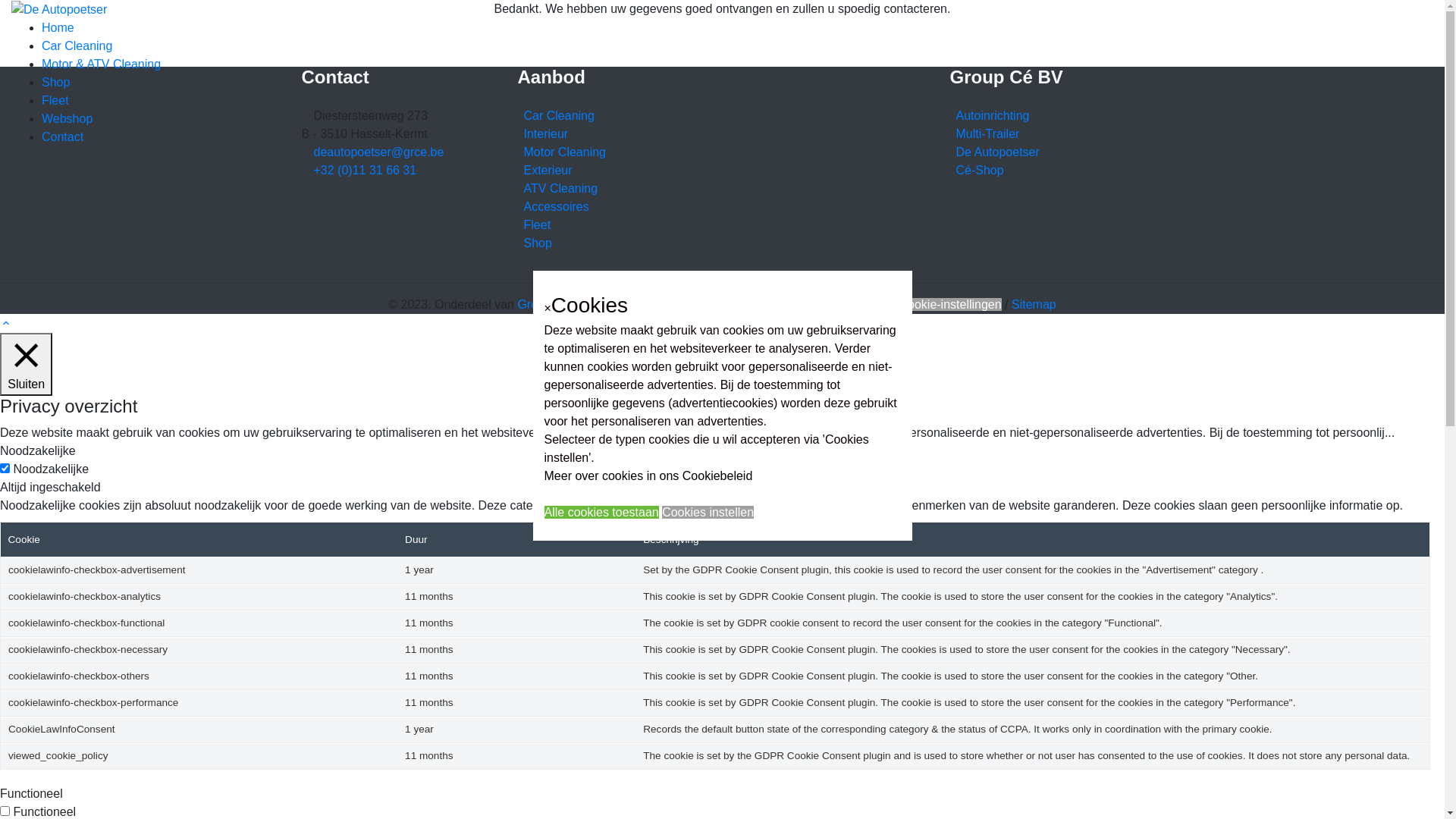 The width and height of the screenshot is (1456, 819). Describe the element at coordinates (544, 512) in the screenshot. I see `'Alle cookies toestaan'` at that location.